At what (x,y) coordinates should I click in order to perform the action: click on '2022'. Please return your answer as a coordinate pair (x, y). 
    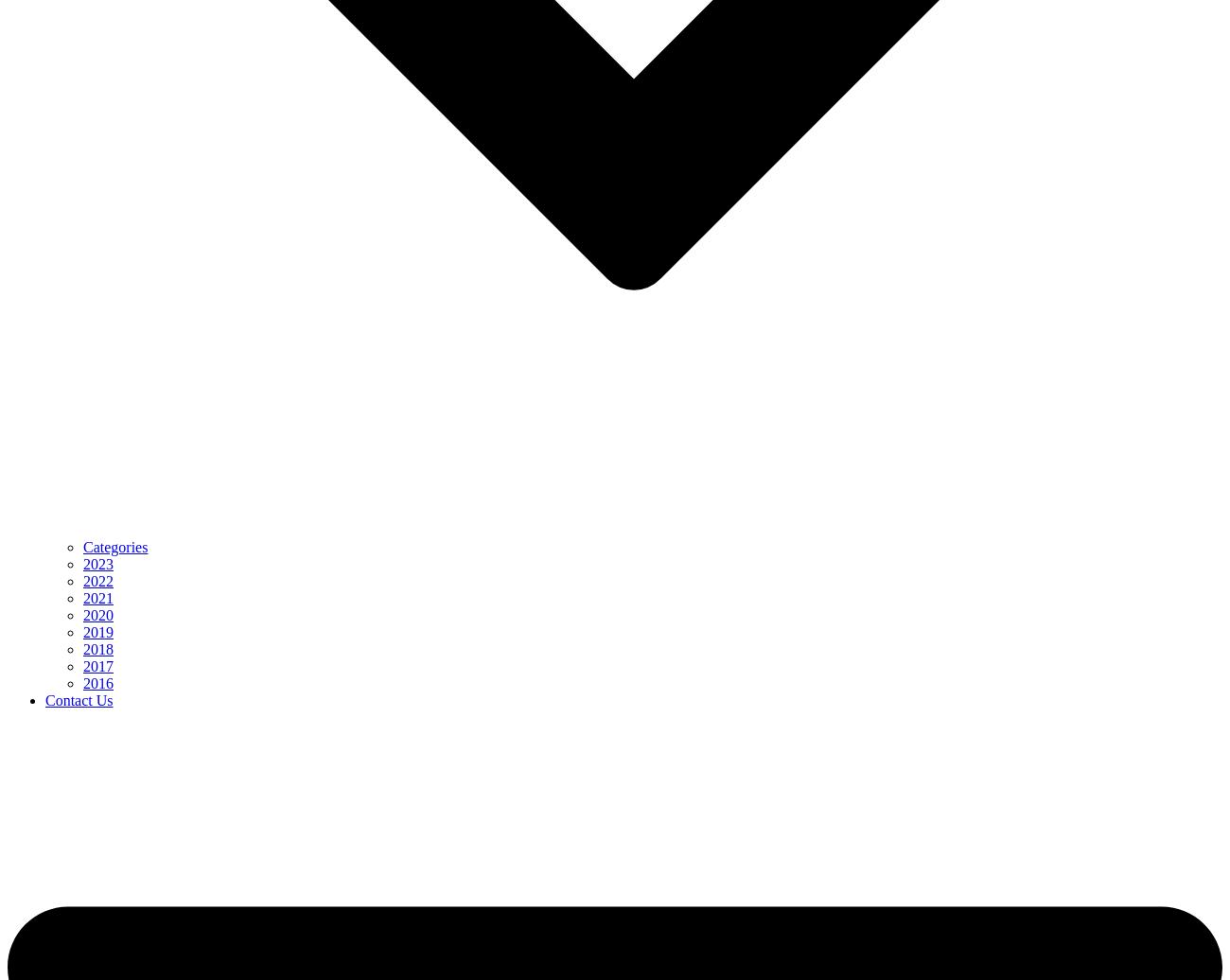
    Looking at the image, I should click on (98, 581).